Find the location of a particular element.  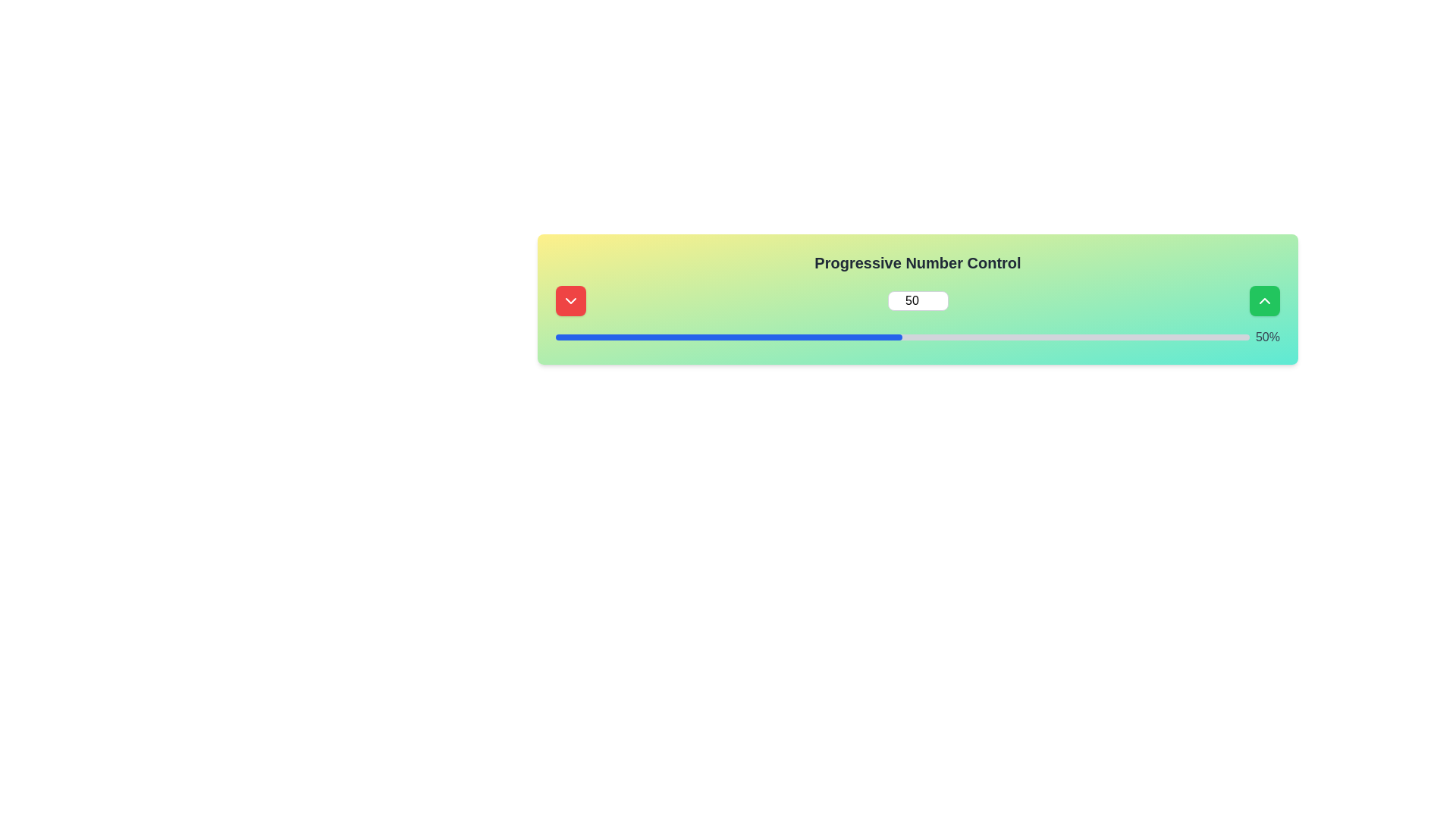

the slider value is located at coordinates (729, 336).